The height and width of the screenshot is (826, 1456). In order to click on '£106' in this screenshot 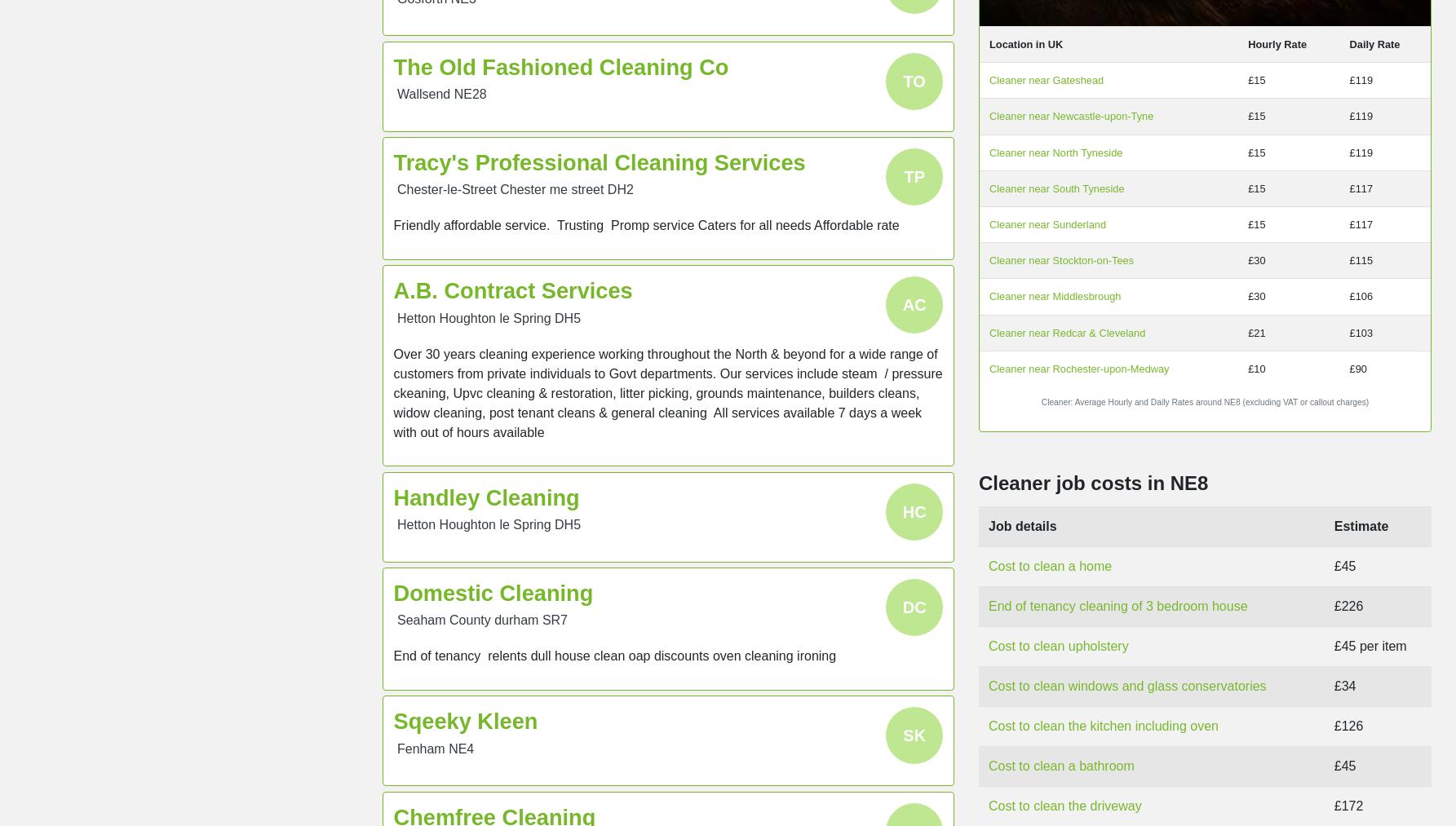, I will do `click(1360, 296)`.